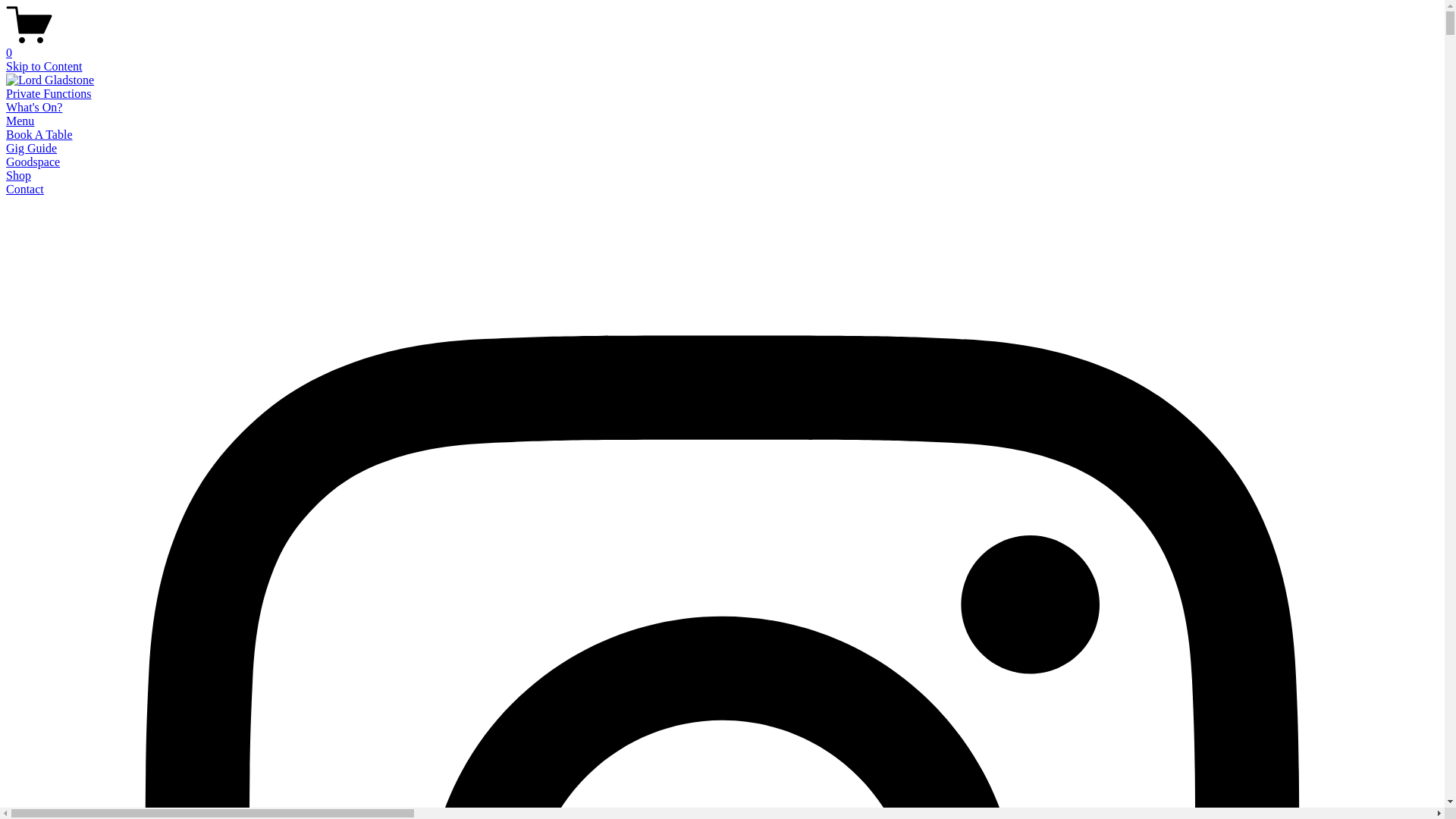  What do you see at coordinates (31, 148) in the screenshot?
I see `'Gig Guide'` at bounding box center [31, 148].